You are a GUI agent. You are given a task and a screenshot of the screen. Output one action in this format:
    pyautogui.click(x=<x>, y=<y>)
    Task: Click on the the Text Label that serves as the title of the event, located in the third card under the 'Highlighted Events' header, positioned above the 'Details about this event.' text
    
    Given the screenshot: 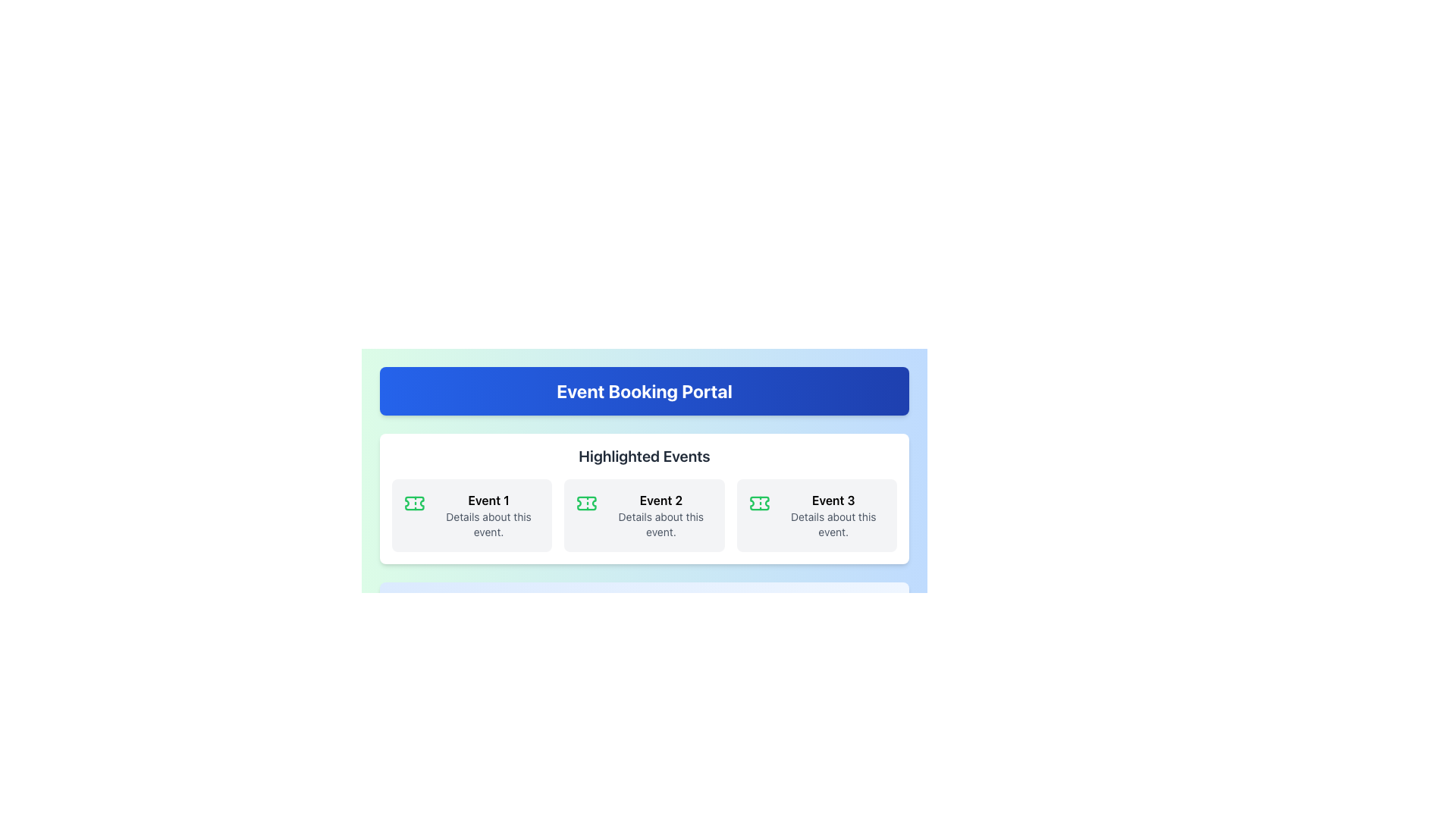 What is the action you would take?
    pyautogui.click(x=833, y=500)
    